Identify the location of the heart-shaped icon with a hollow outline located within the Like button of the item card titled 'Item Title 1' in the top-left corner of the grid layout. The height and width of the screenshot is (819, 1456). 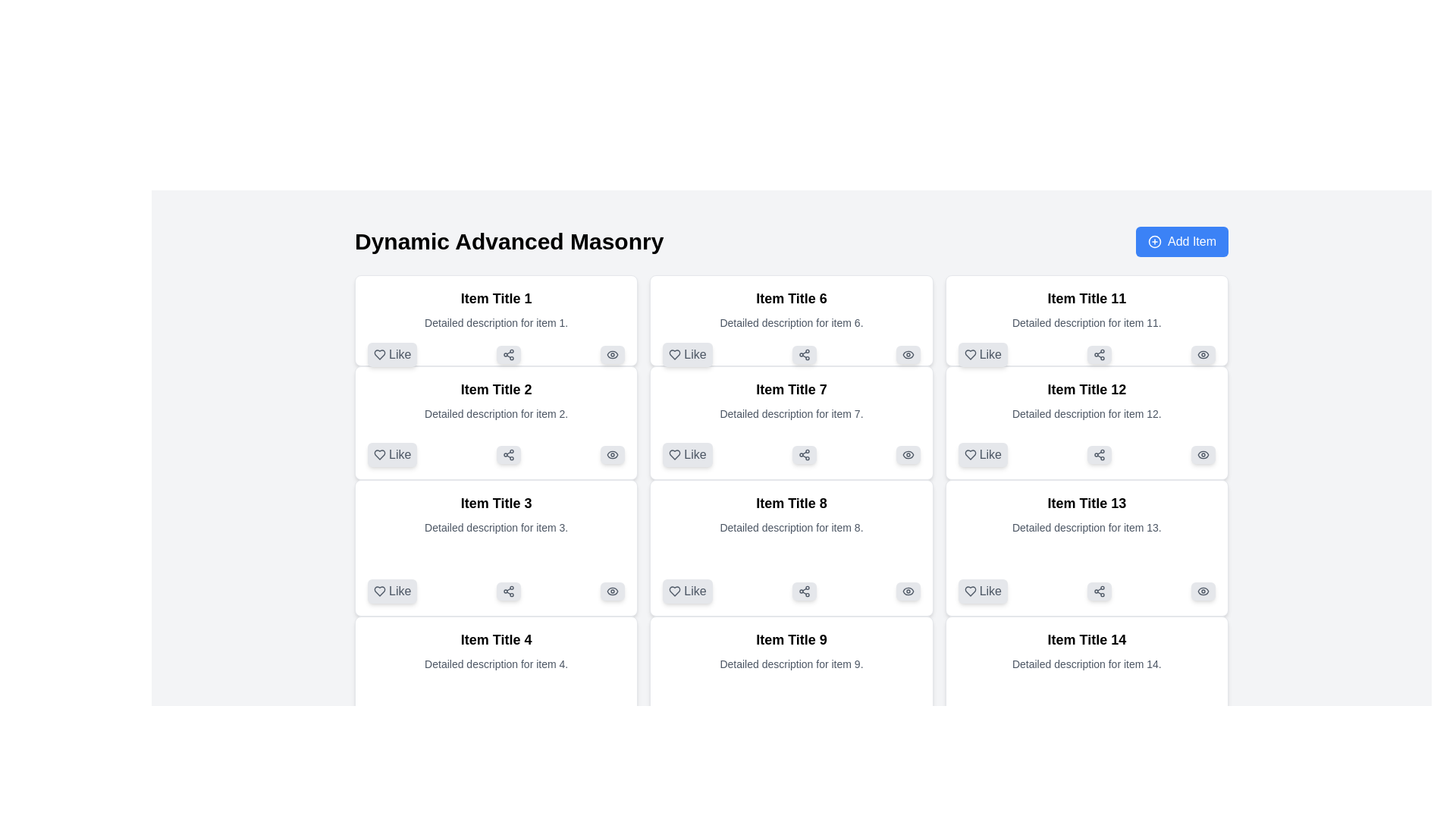
(379, 354).